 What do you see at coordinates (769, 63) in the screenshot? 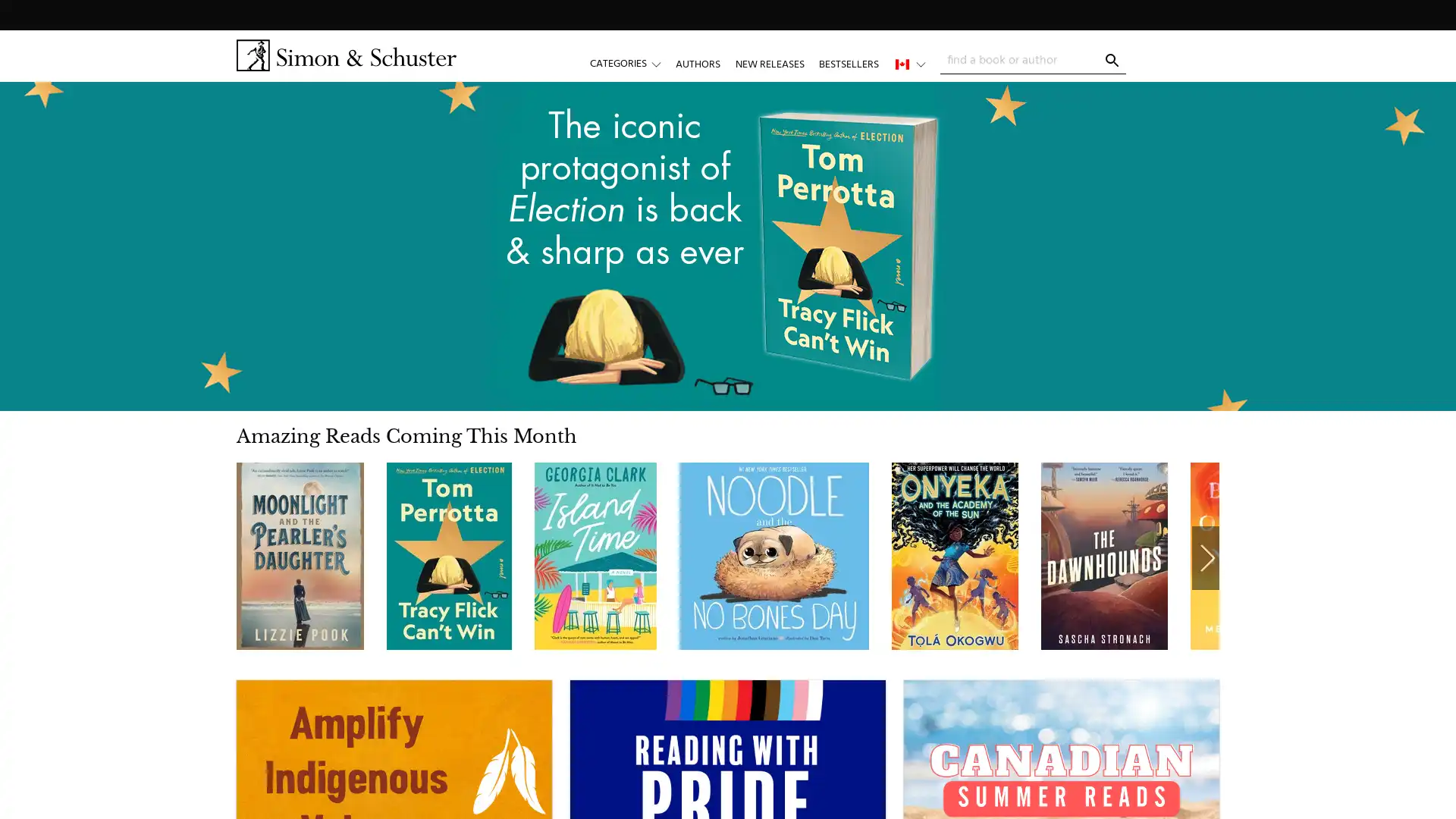
I see `NEW RELEASES` at bounding box center [769, 63].